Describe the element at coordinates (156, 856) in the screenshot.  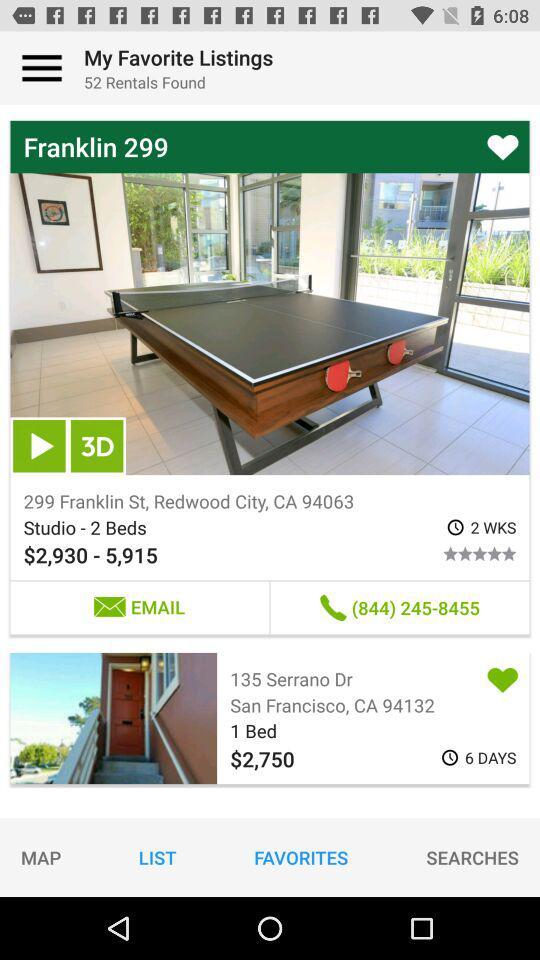
I see `item next to the map` at that location.